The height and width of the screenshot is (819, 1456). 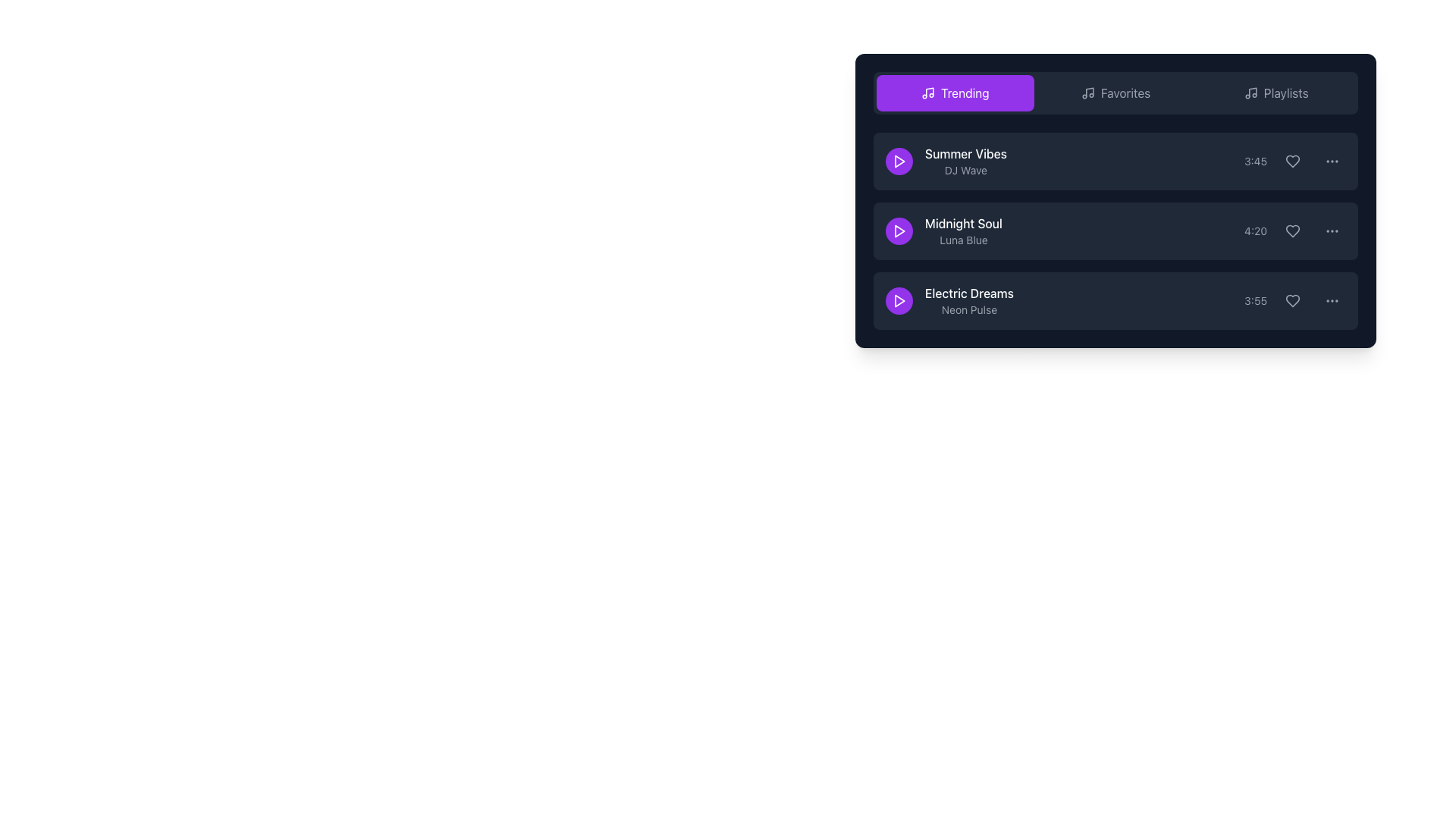 I want to click on the second list item labeled 'Midnight Soul' which has a play button on the left and a timestamp '4:20' on the right, so click(x=1116, y=231).